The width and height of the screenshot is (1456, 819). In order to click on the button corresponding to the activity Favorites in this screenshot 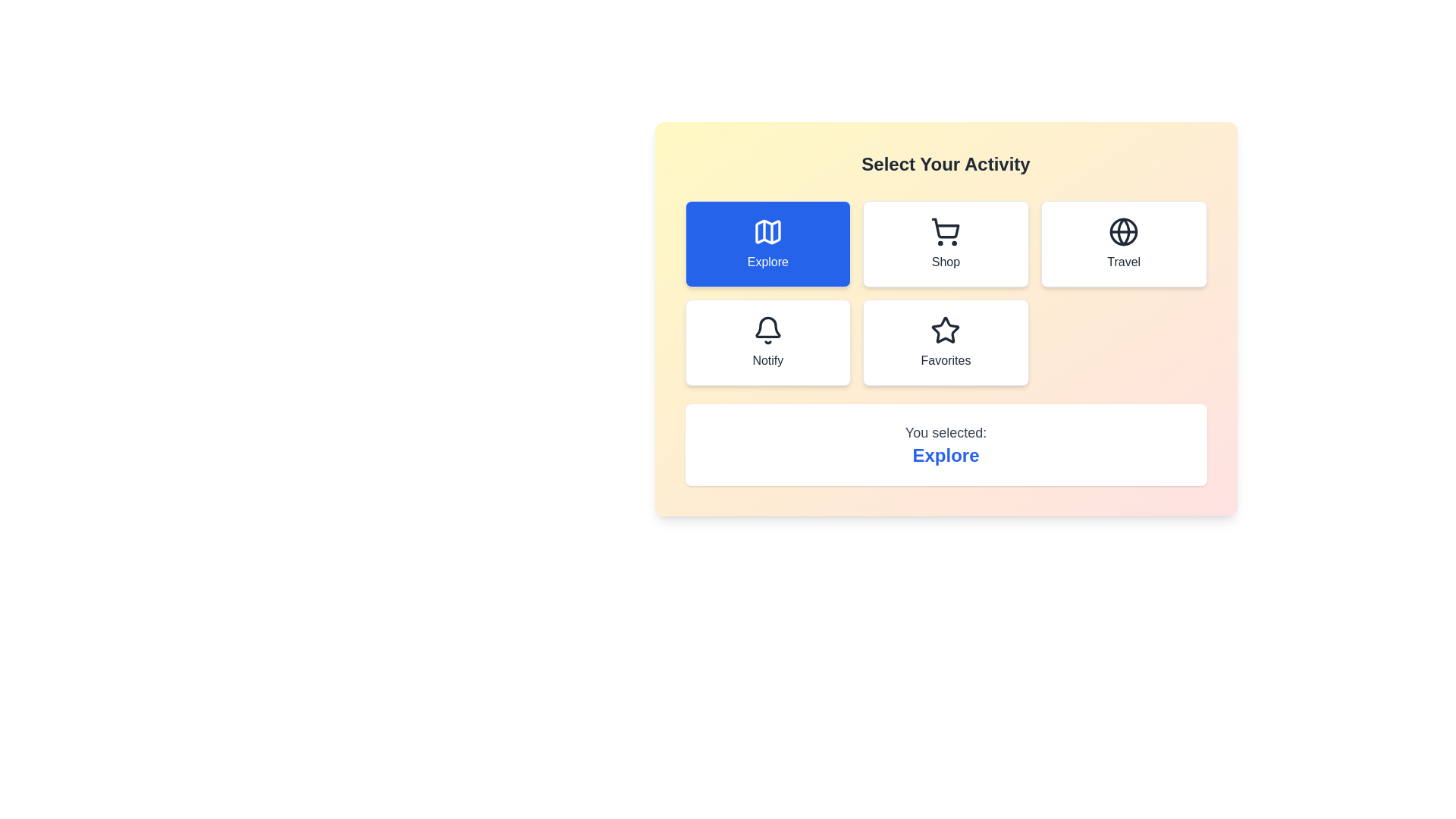, I will do `click(945, 342)`.